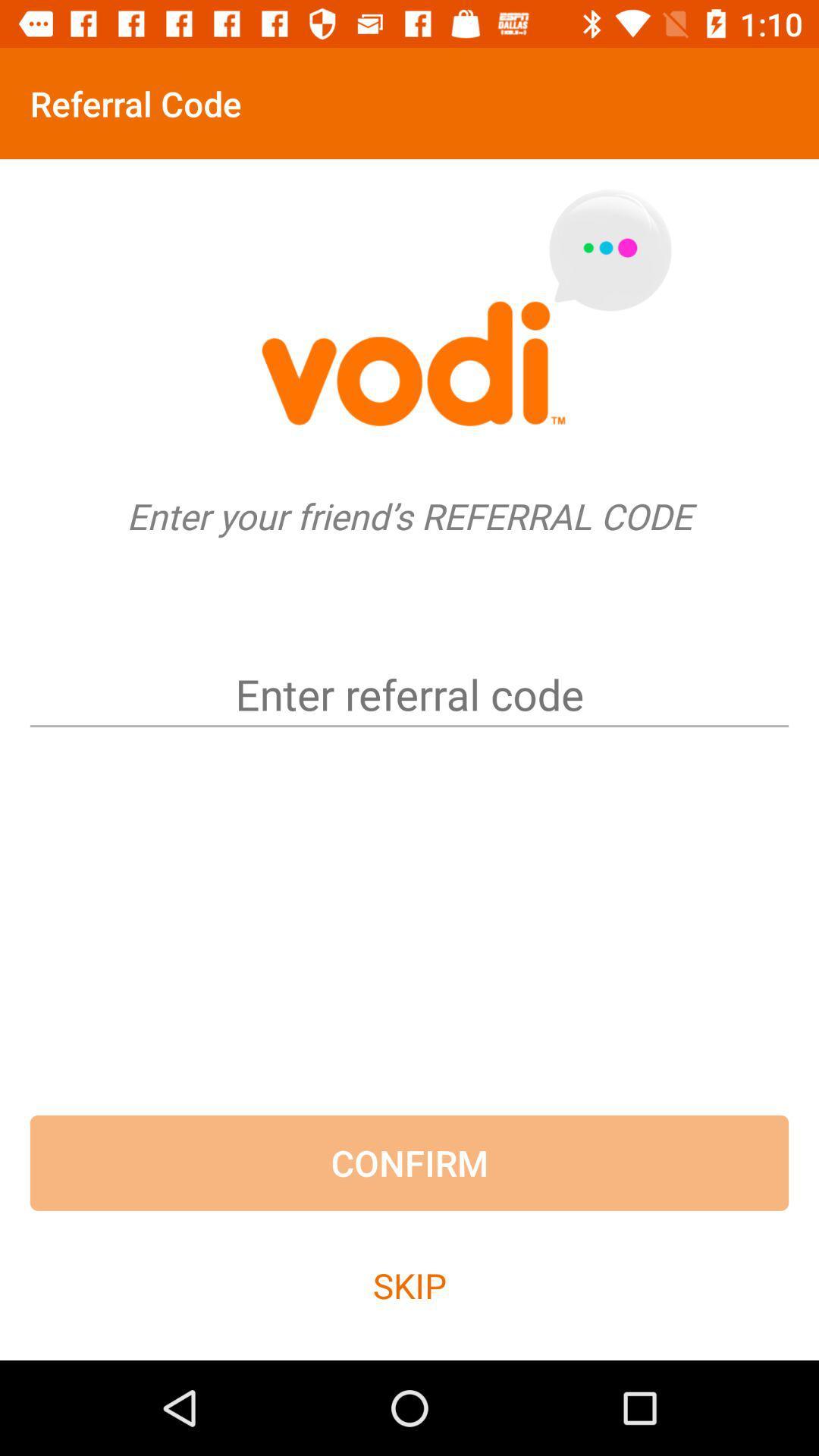  Describe the element at coordinates (409, 1162) in the screenshot. I see `confirm` at that location.